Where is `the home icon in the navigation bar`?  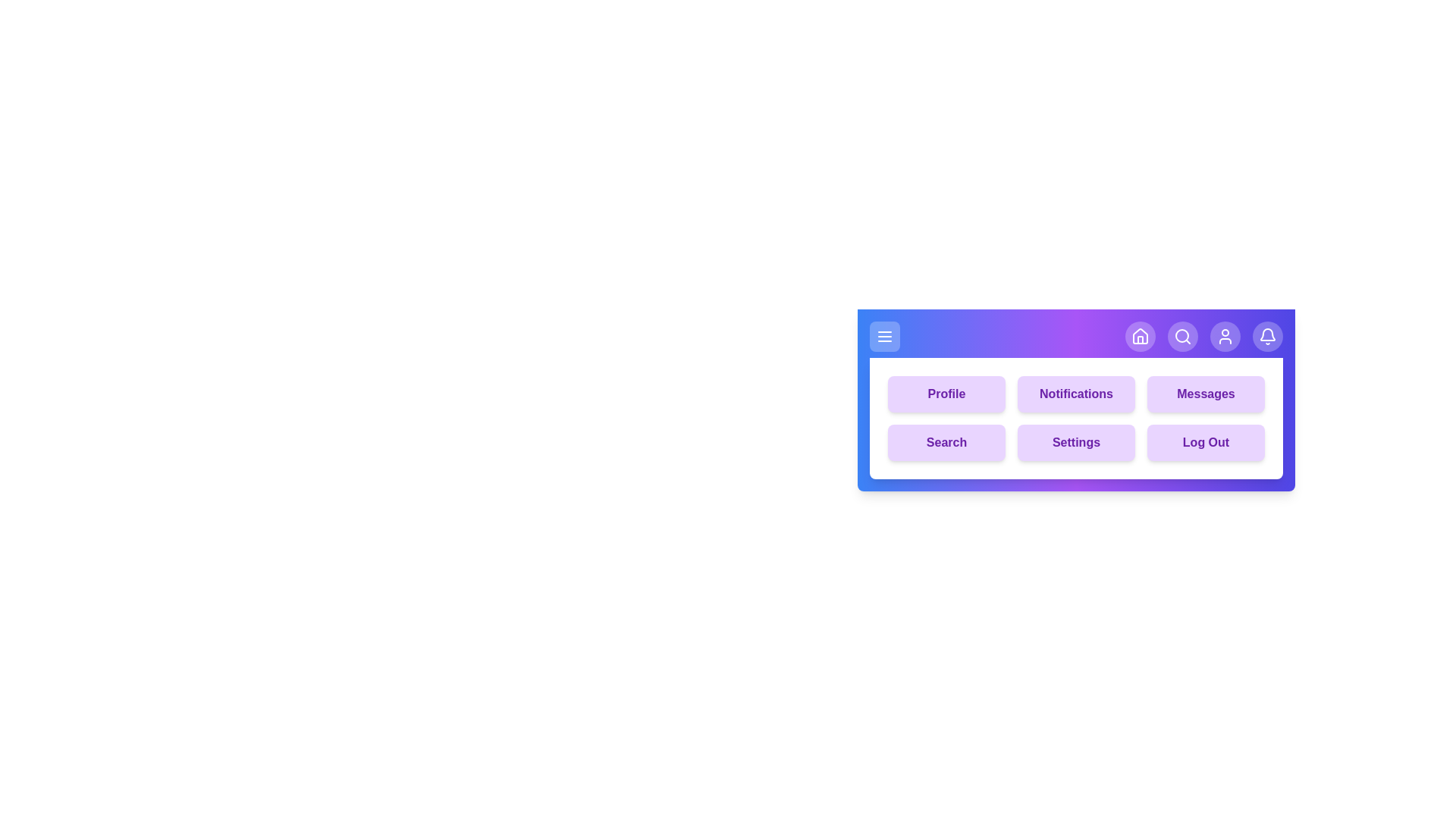
the home icon in the navigation bar is located at coordinates (1140, 335).